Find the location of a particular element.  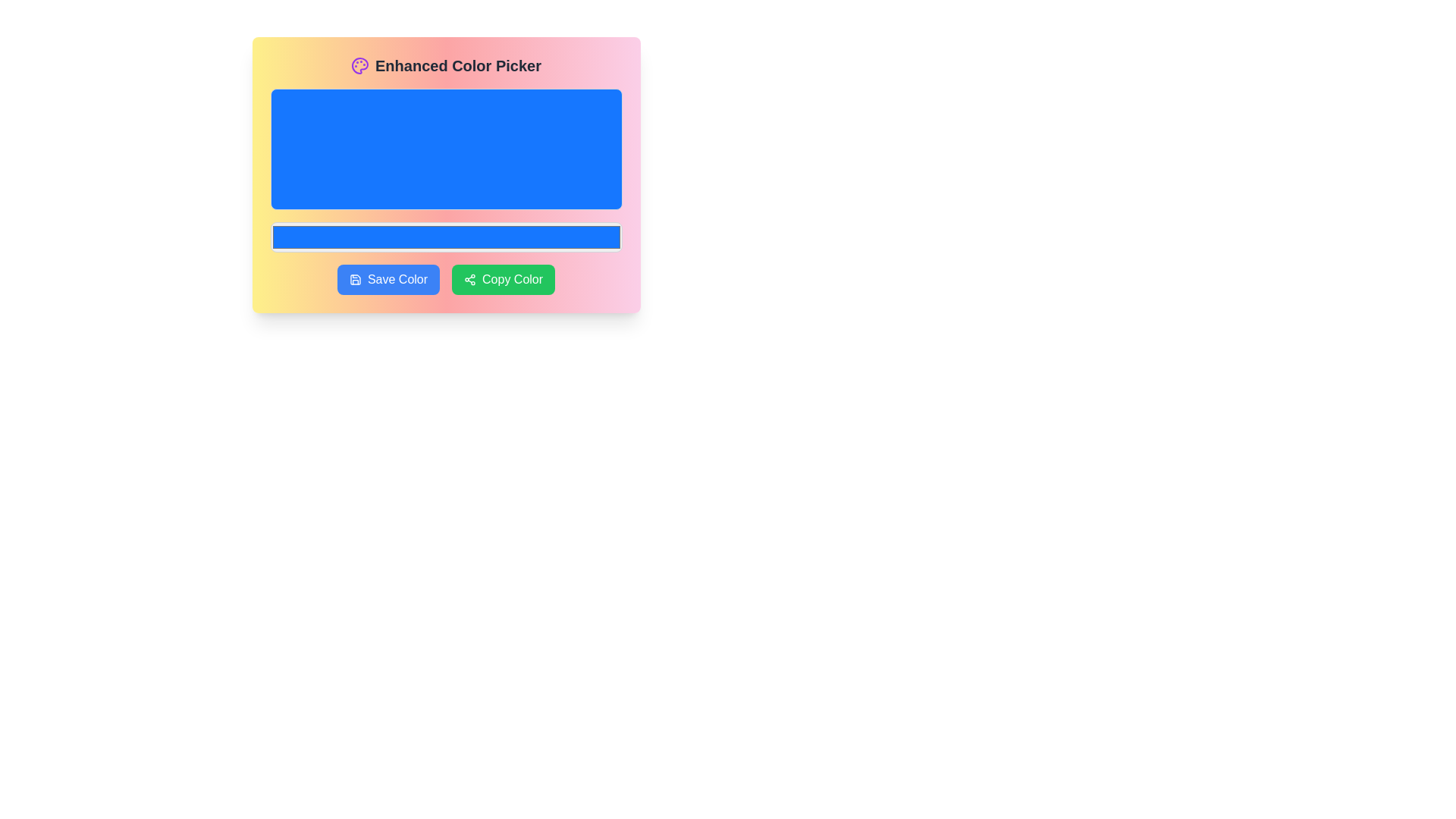

the graphical icon resembling three connected nodes arranged in a triangular layout, located within the 'Copy Color' button area, aligned towards the left side of the button's text is located at coordinates (469, 280).